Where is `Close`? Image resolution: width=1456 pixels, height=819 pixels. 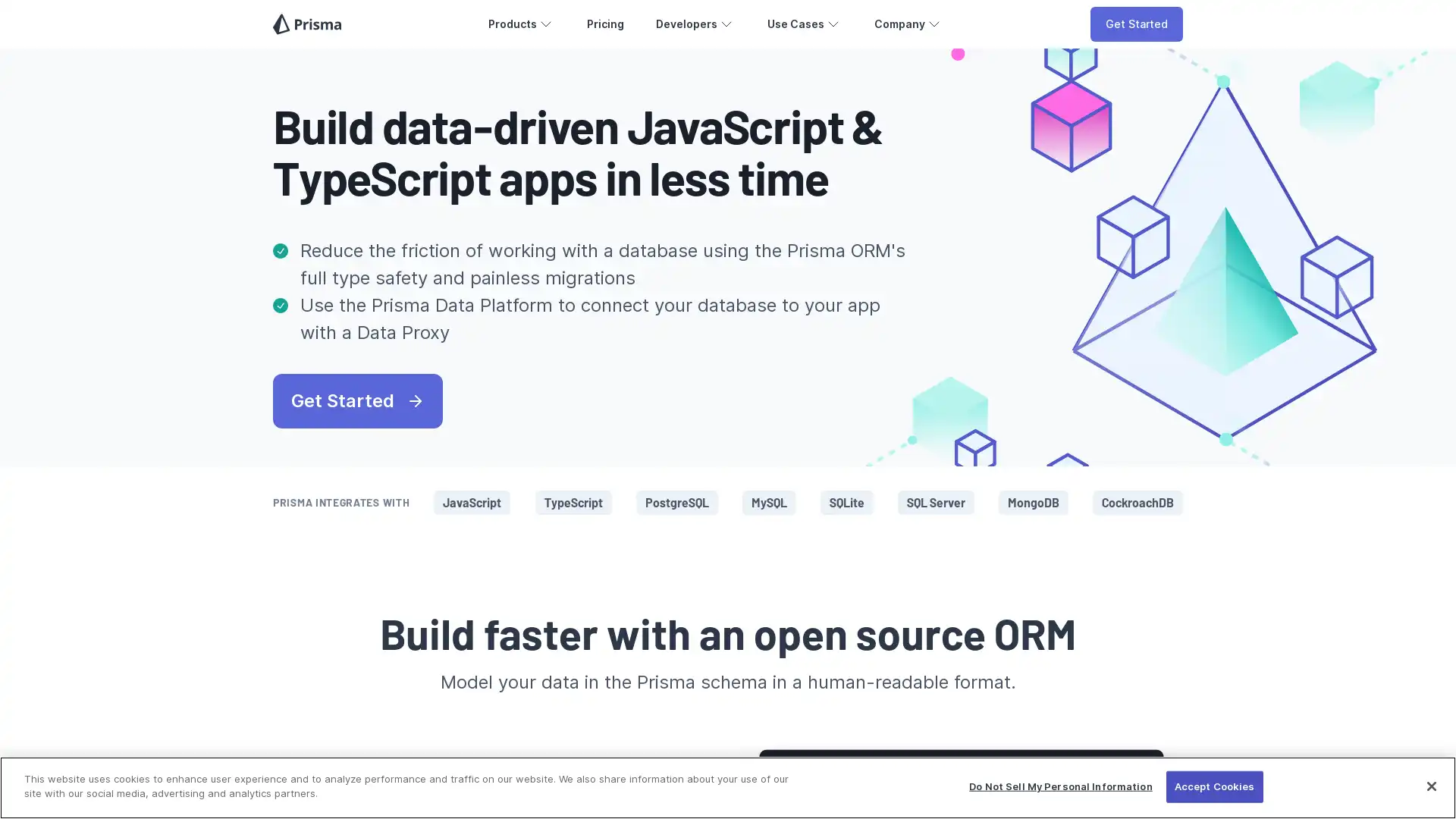 Close is located at coordinates (1430, 785).